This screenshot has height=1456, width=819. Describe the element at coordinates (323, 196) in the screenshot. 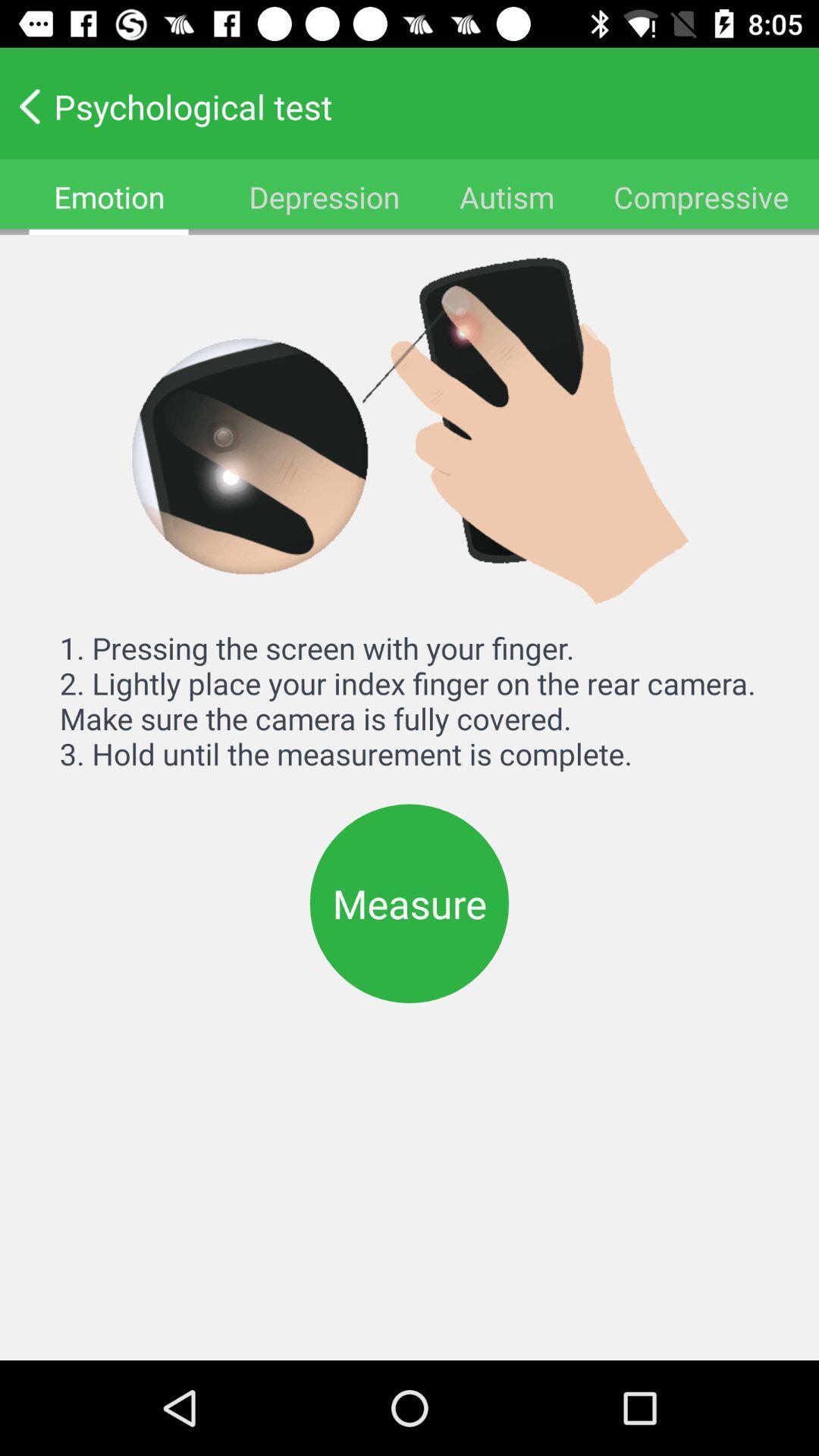

I see `depression item` at that location.